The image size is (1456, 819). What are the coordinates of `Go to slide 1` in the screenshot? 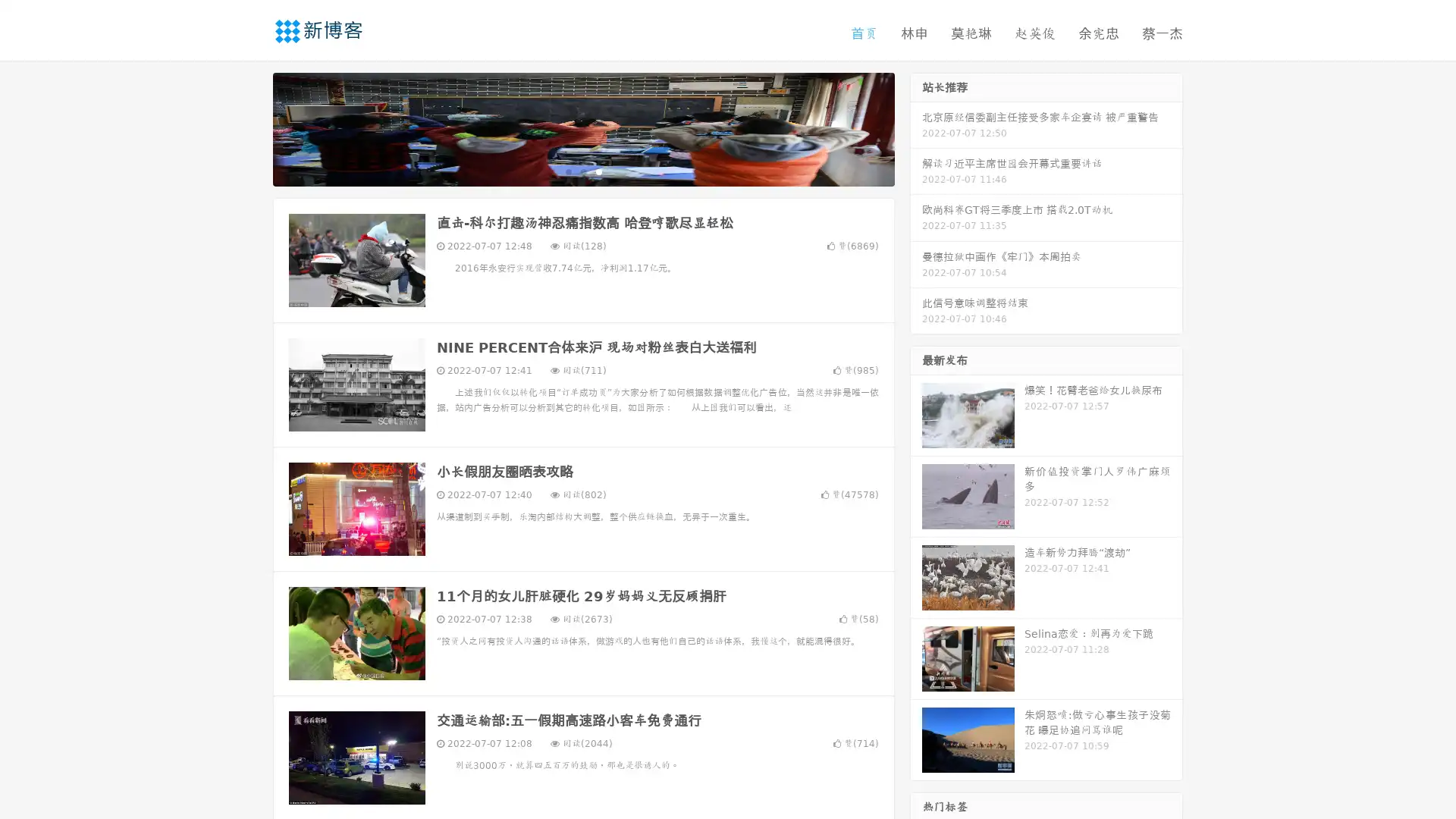 It's located at (567, 171).